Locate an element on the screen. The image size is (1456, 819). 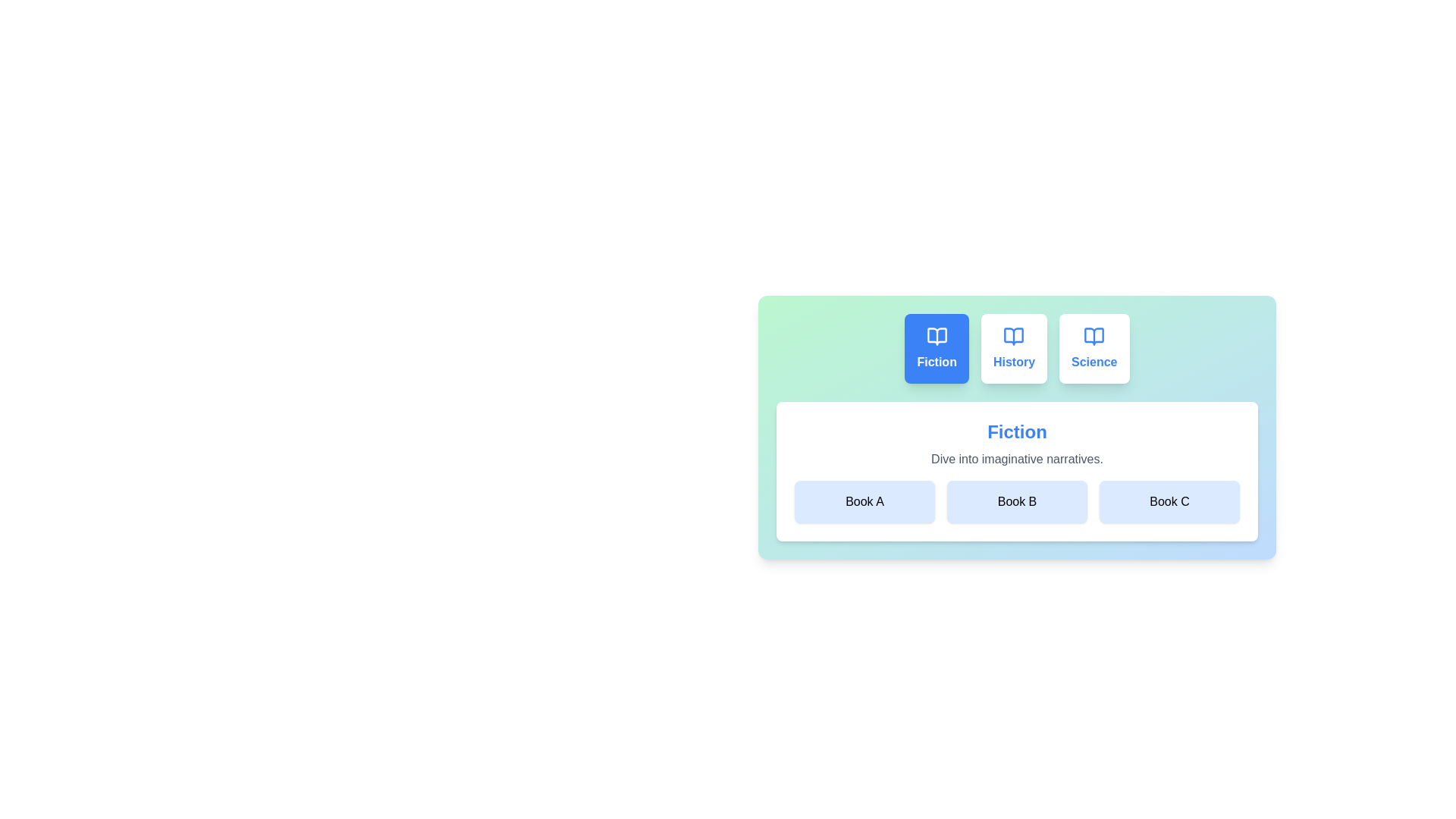
the tab labeled Science to observe its hover effect is located at coordinates (1094, 348).